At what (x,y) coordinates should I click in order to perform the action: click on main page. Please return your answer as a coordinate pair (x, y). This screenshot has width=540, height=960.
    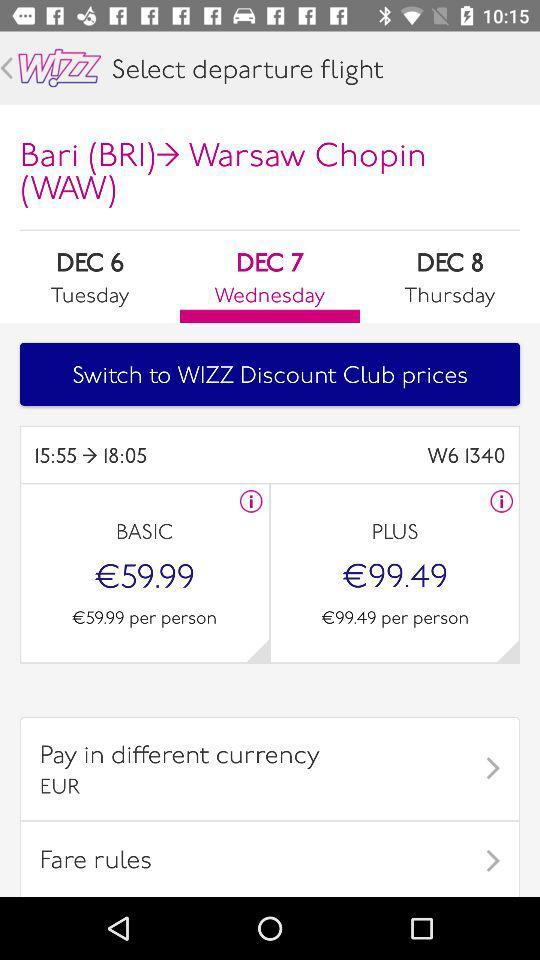
    Looking at the image, I should click on (59, 68).